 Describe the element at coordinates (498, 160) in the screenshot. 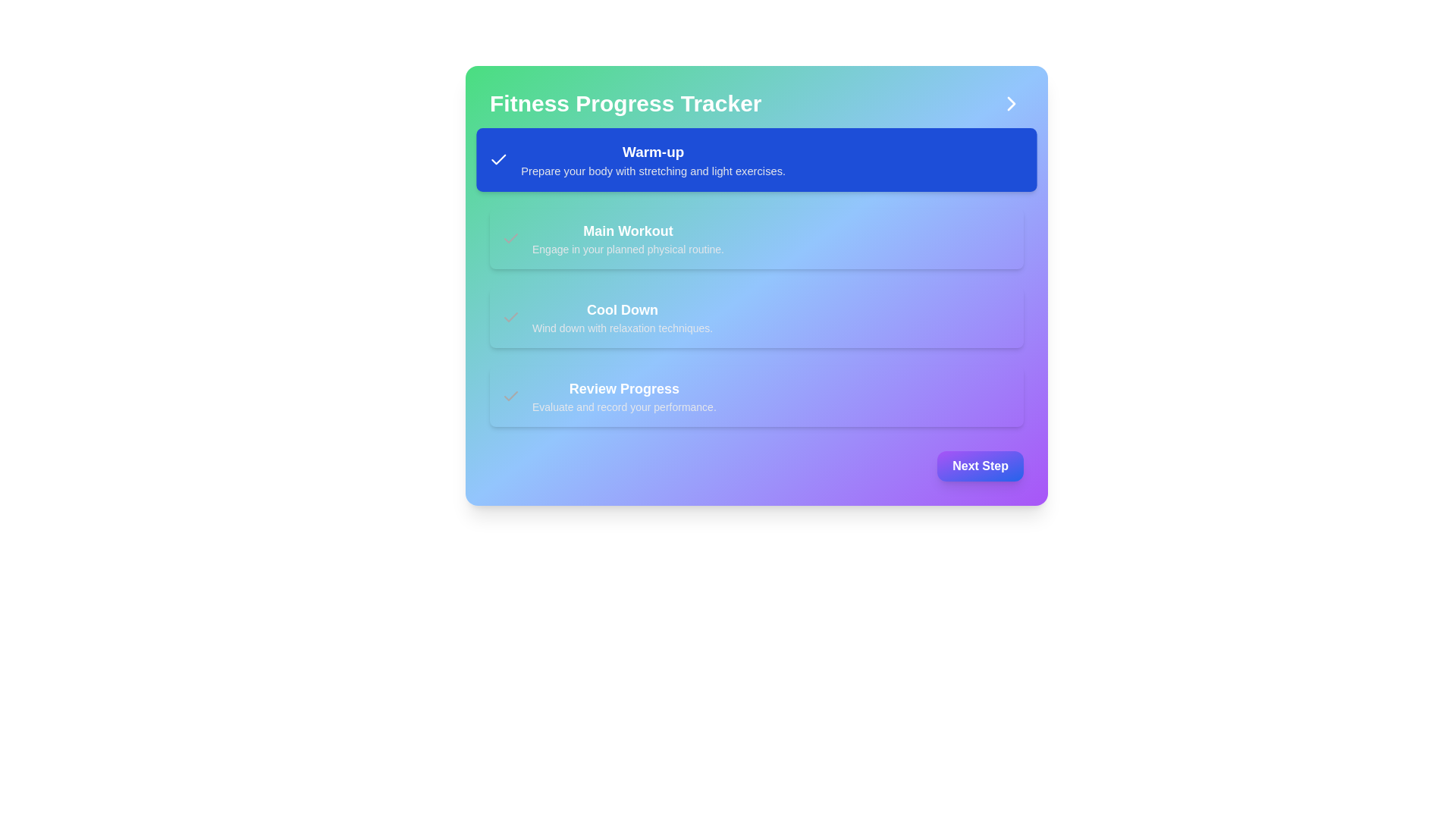

I see `the checkmark icon within the blue rounded rectangular section labeled 'Warm-up', which is the first item in the list of activities` at that location.